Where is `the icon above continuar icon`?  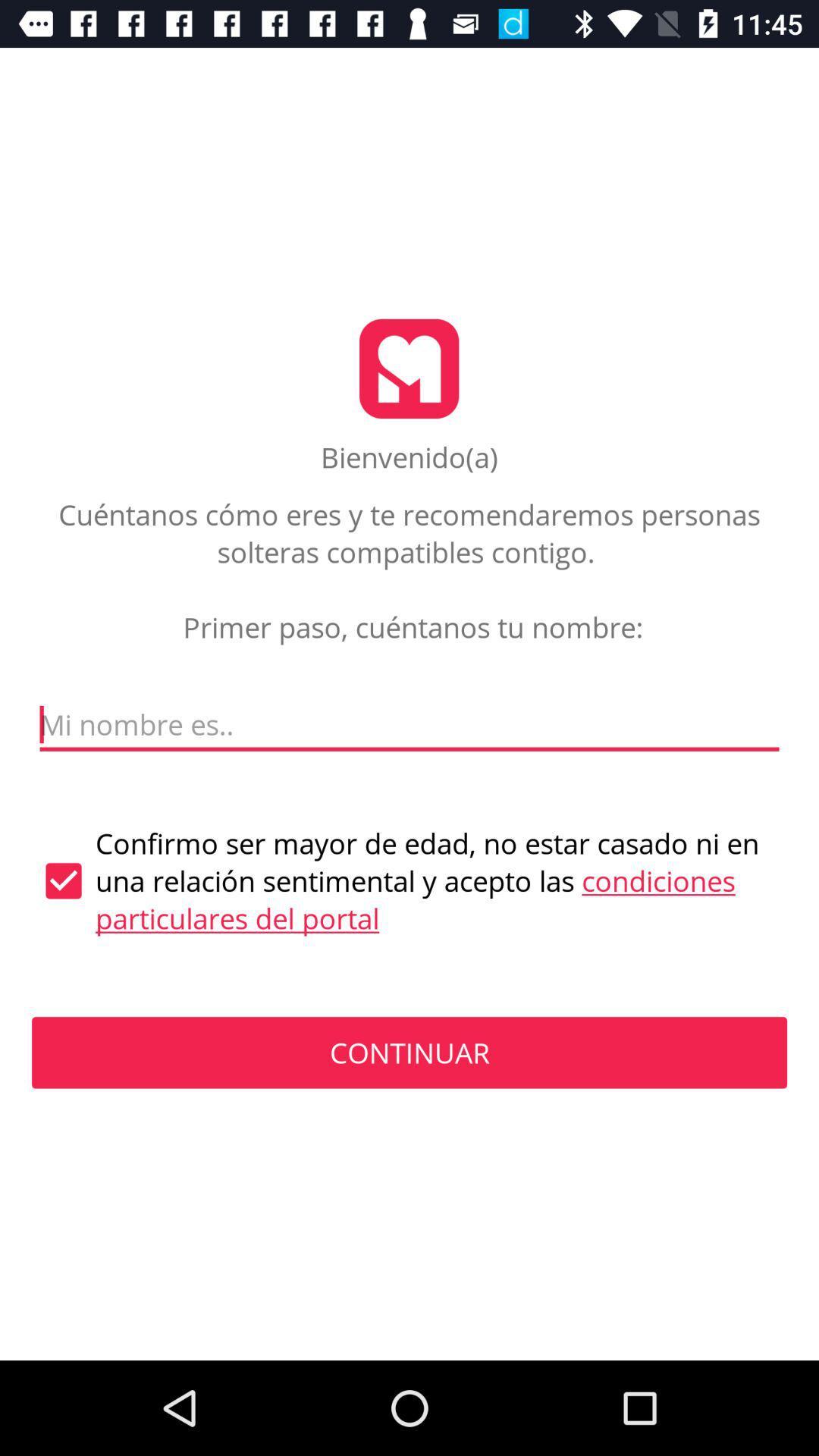
the icon above continuar icon is located at coordinates (409, 880).